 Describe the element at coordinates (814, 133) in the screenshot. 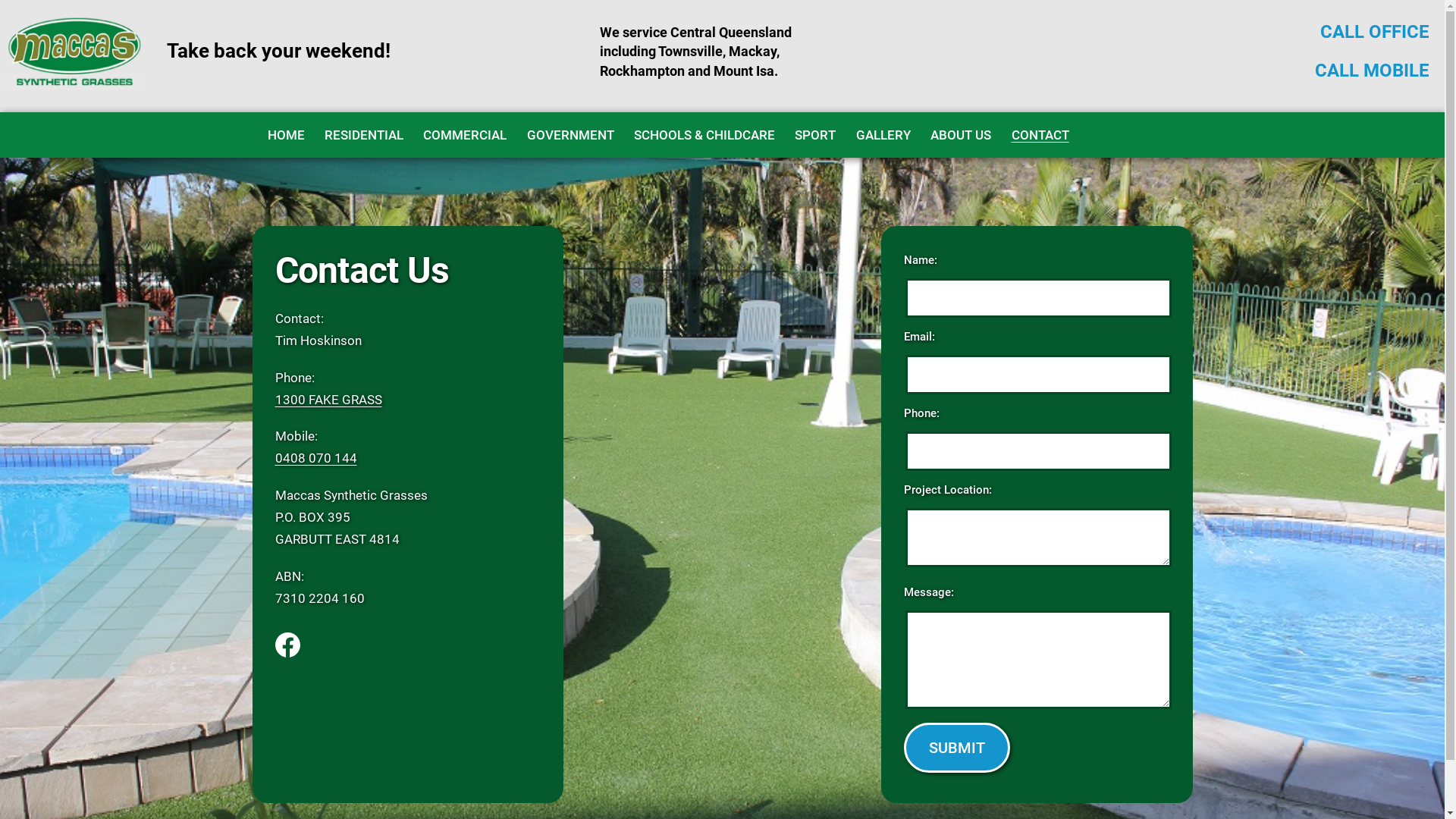

I see `'SPORT'` at that location.